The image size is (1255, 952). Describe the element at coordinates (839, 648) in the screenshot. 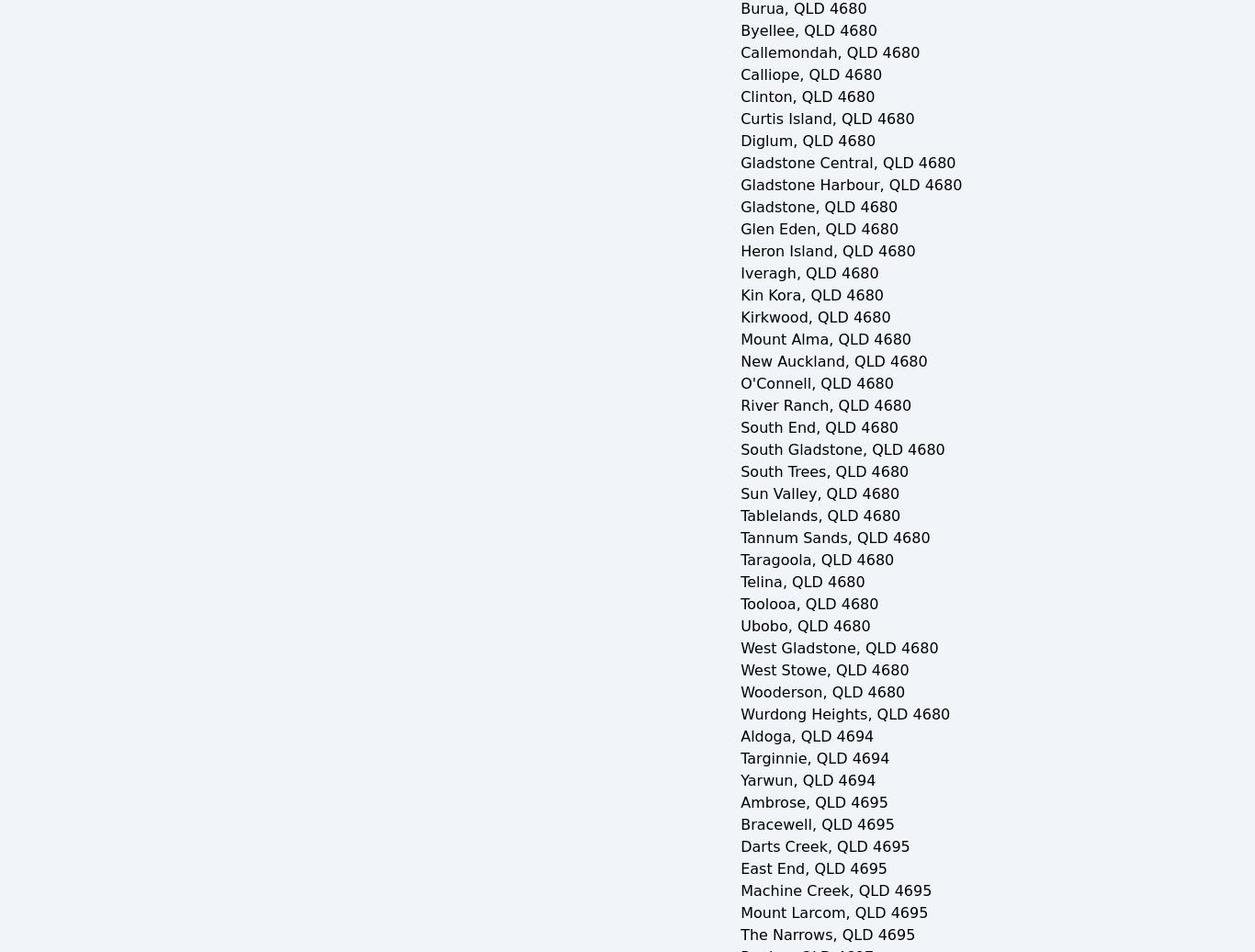

I see `'West Gladstone, QLD 4680'` at that location.